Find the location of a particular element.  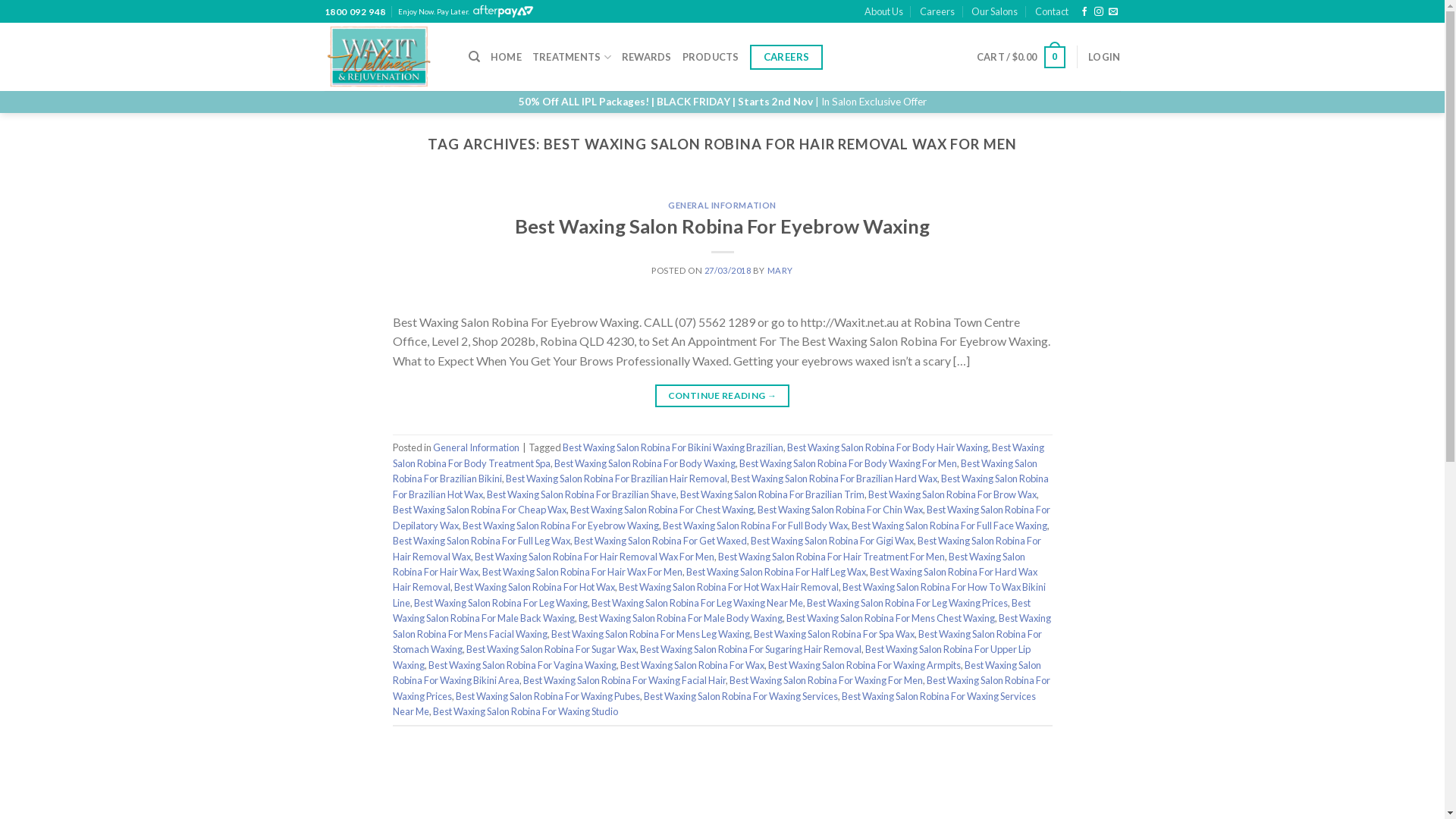

'Best Waxing Salon Robina For Full Leg Wax' is located at coordinates (480, 540).